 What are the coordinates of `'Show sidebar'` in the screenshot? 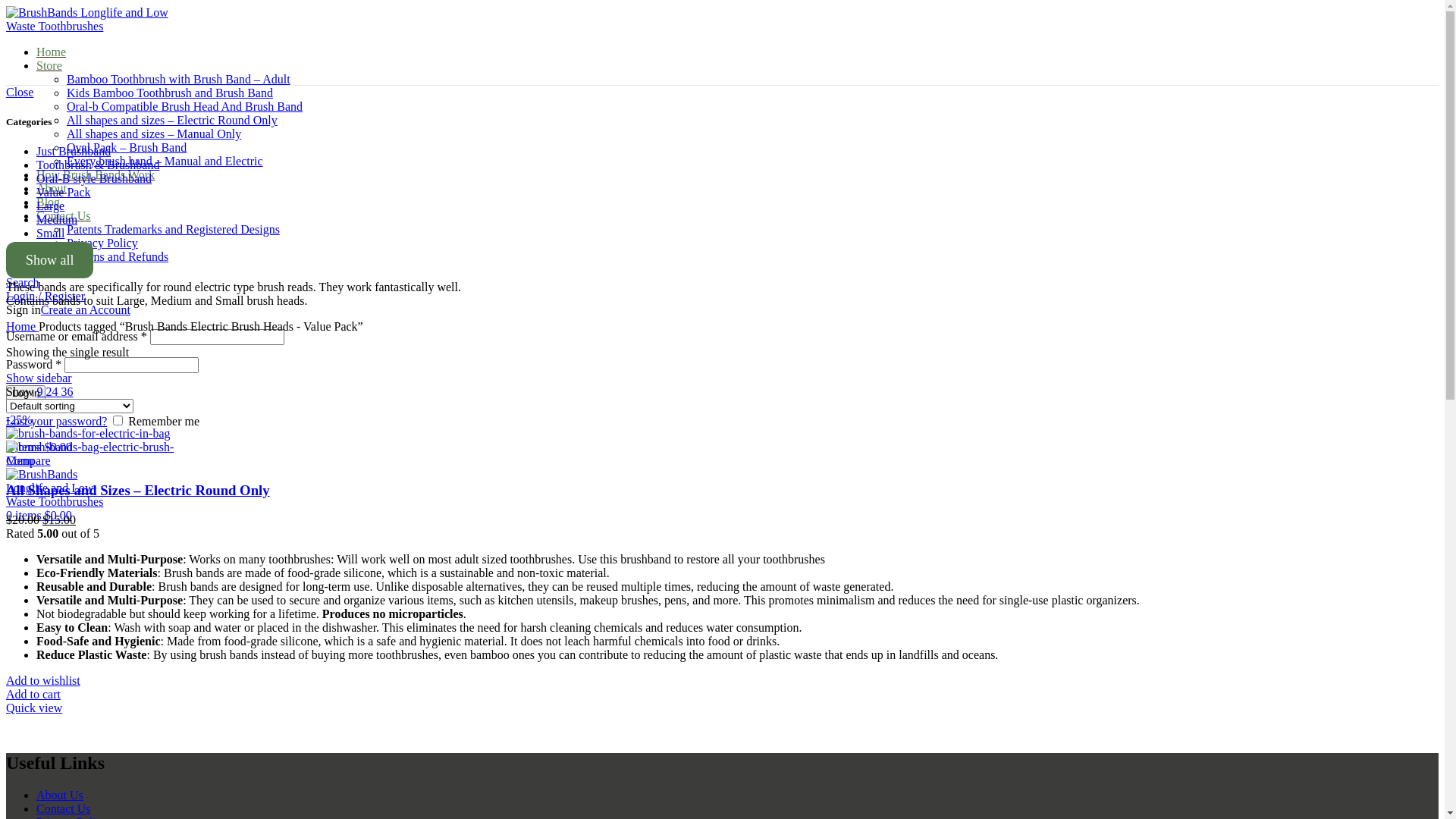 It's located at (39, 377).